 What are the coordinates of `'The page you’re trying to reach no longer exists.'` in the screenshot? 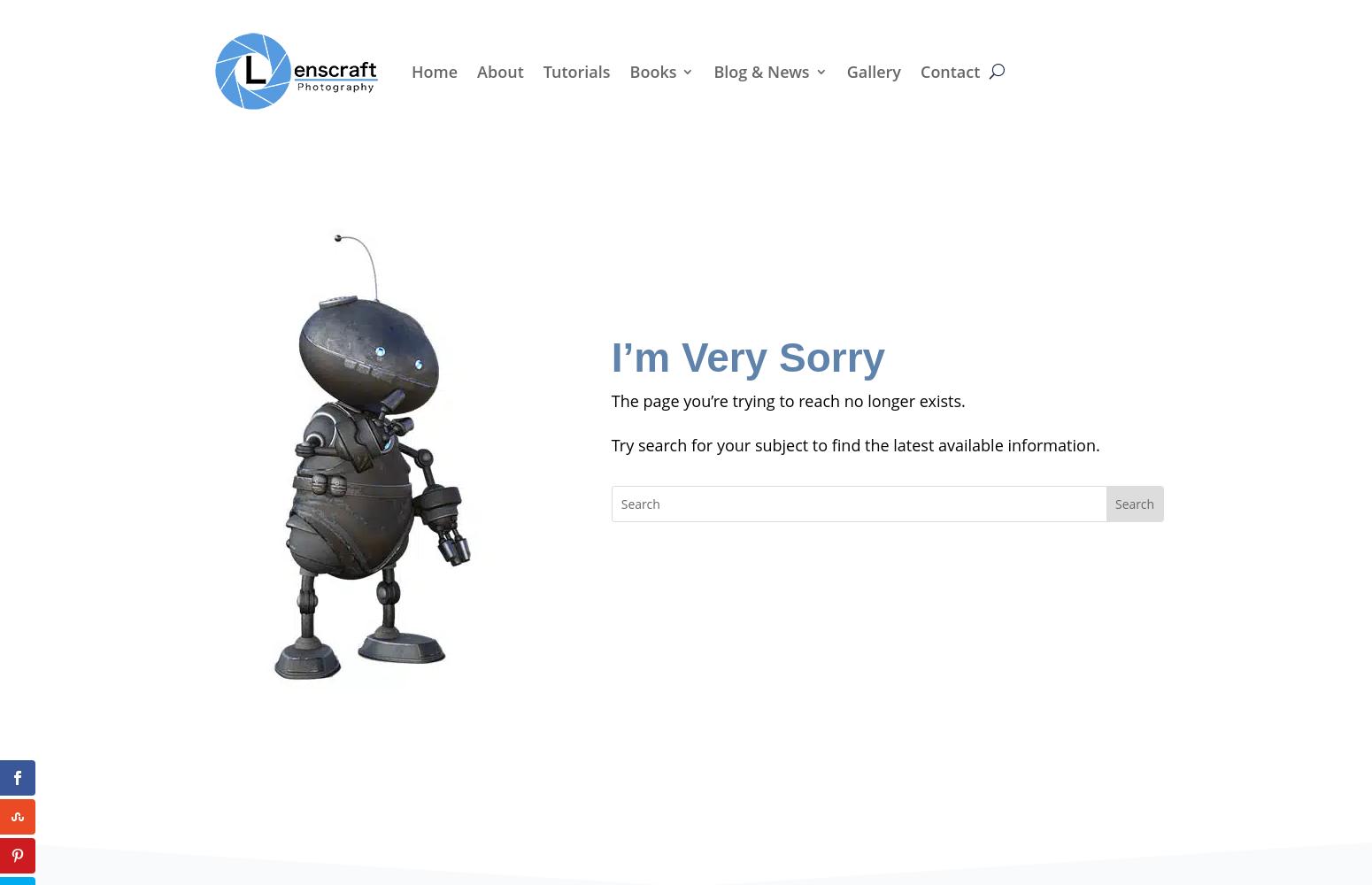 It's located at (610, 400).